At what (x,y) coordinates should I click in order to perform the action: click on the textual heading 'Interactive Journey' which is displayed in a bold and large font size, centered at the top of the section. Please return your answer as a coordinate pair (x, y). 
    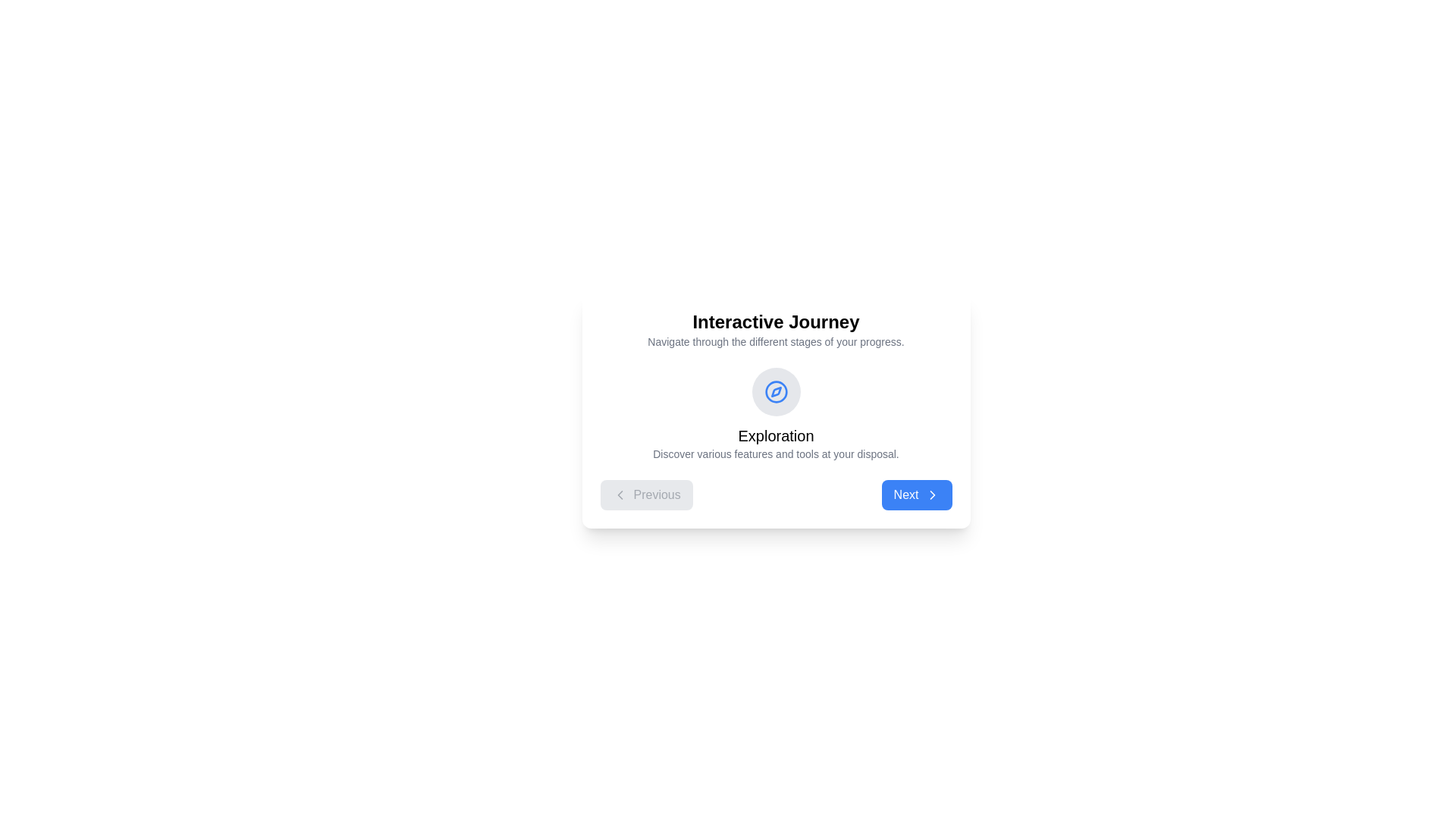
    Looking at the image, I should click on (776, 321).